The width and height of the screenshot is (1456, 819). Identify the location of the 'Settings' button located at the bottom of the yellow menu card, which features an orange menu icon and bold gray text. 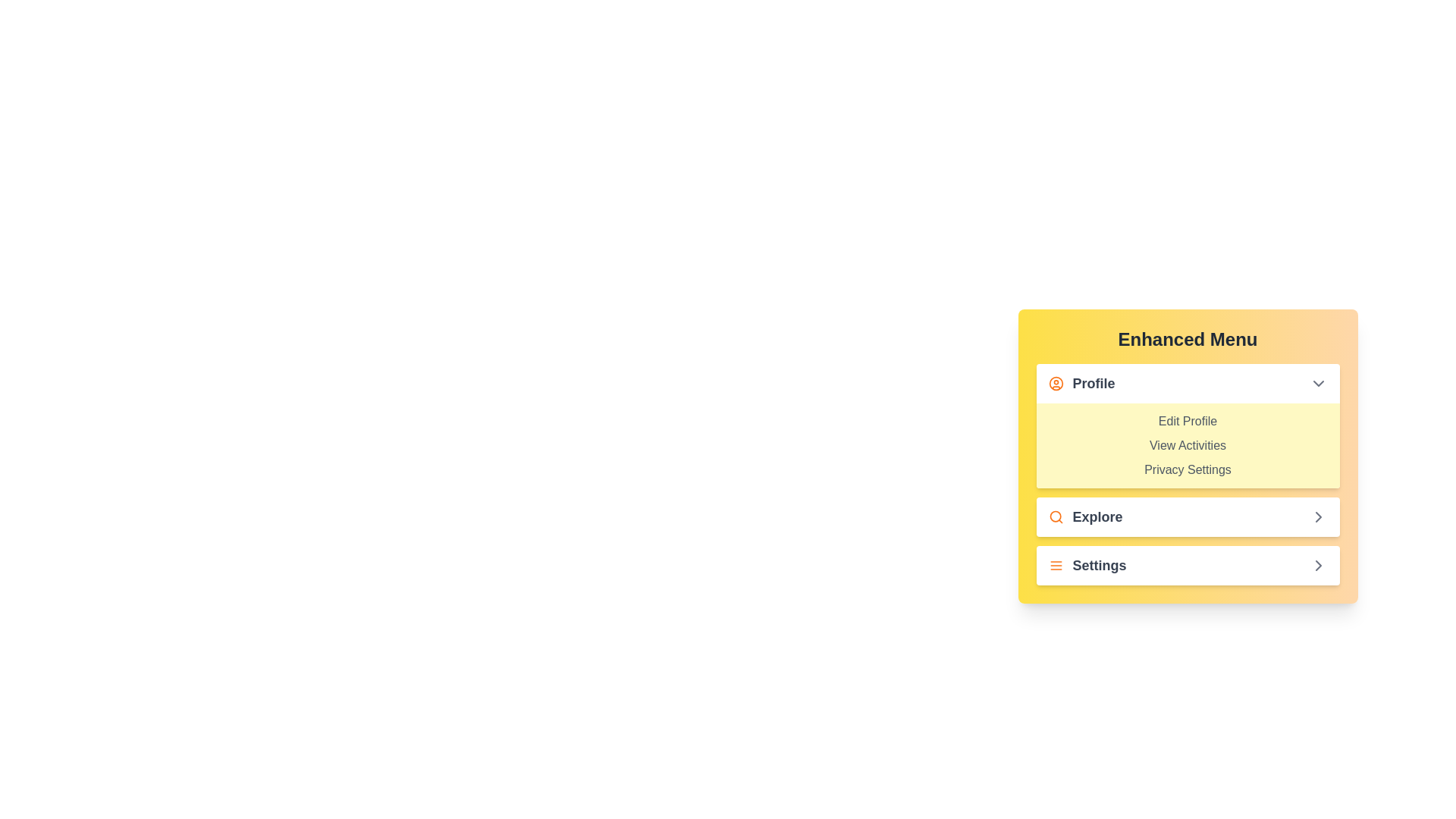
(1087, 565).